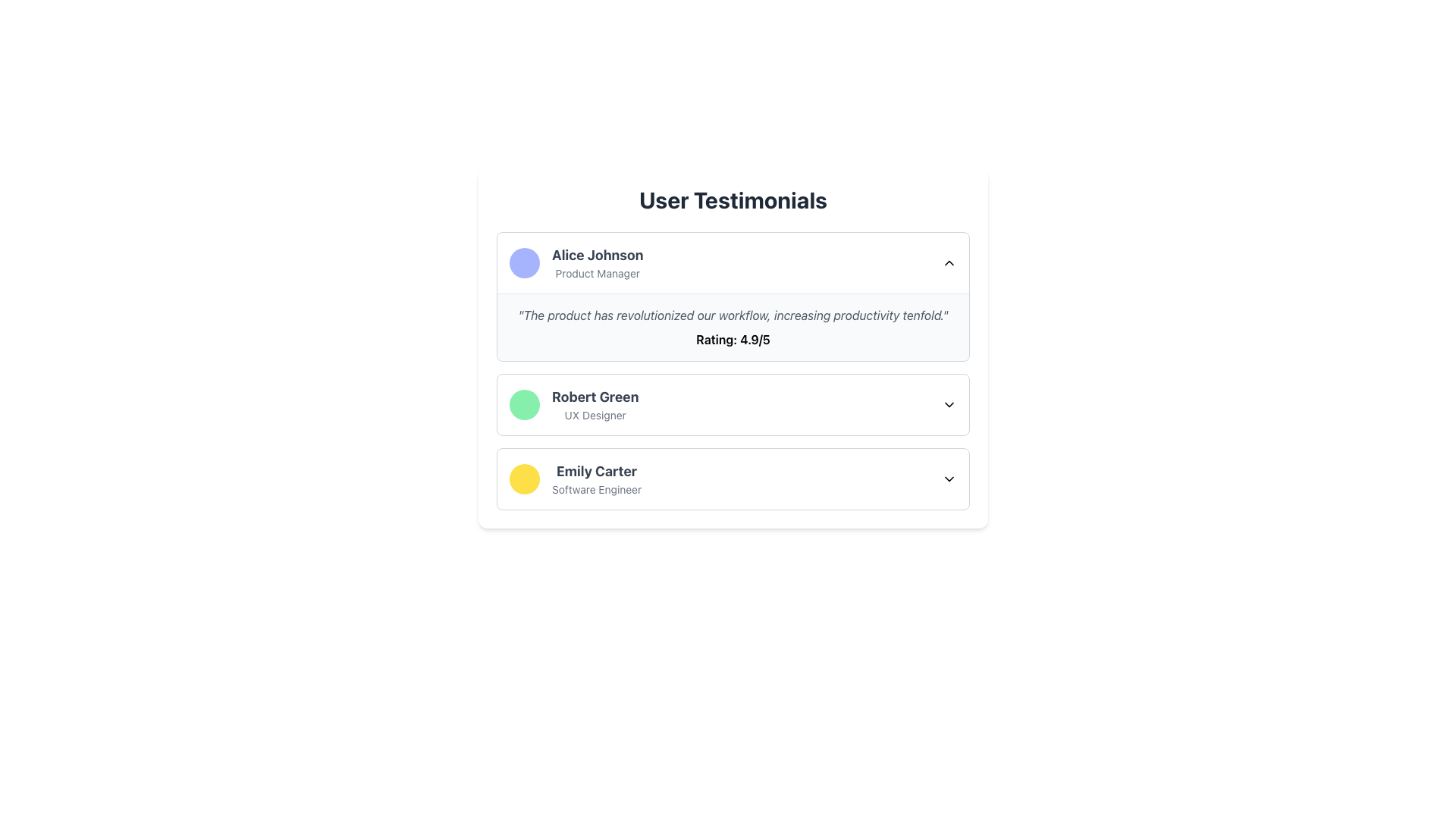 This screenshot has width=1456, height=819. Describe the element at coordinates (733, 479) in the screenshot. I see `the third selectable list item in the 'User Testimonials' section` at that location.